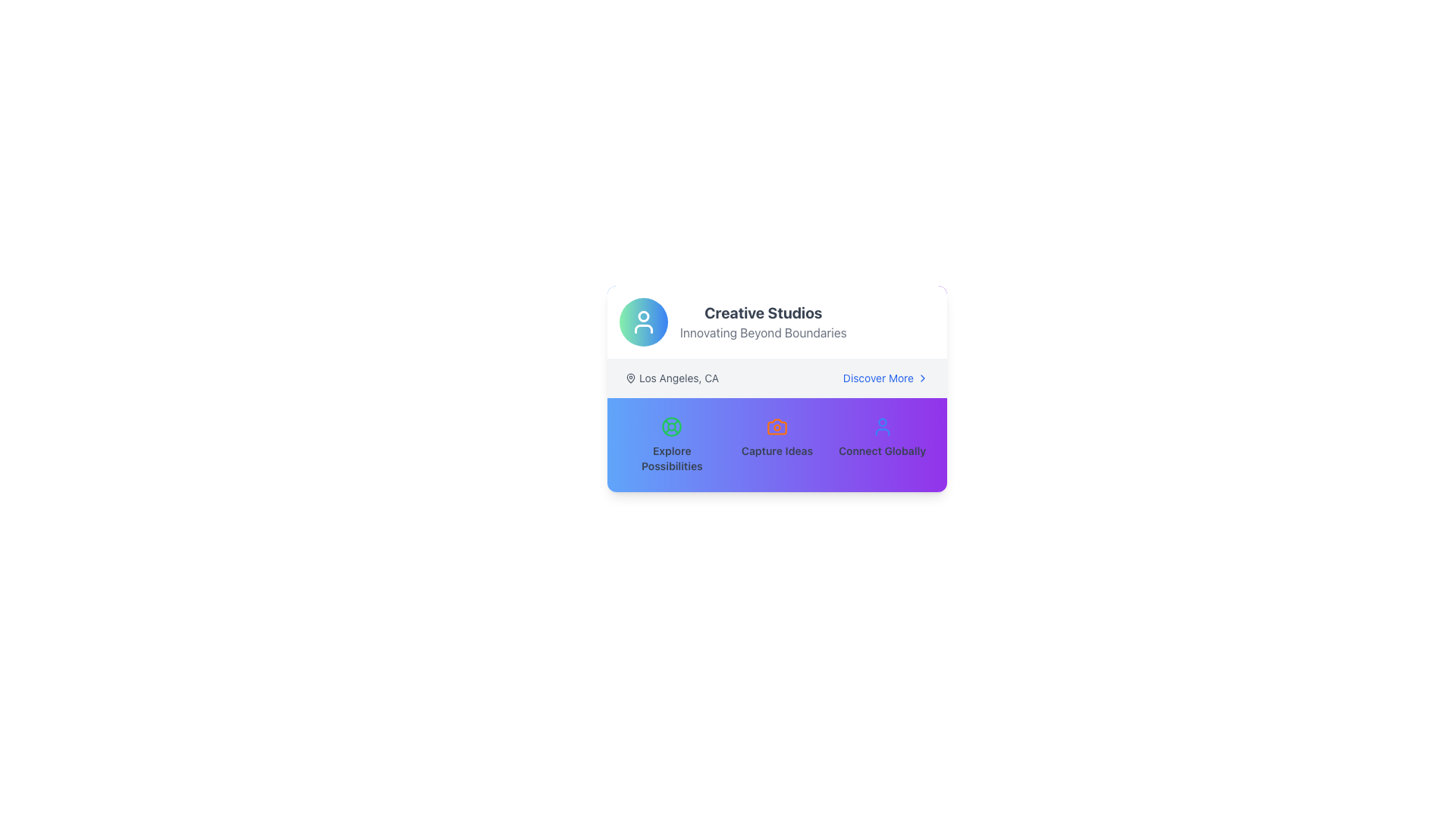 The image size is (1456, 819). What do you see at coordinates (678, 377) in the screenshot?
I see `the static text label displaying 'Los Angeles, CA' in dark gray font, which is located to the right of a map pin icon and is part of a card component` at bounding box center [678, 377].